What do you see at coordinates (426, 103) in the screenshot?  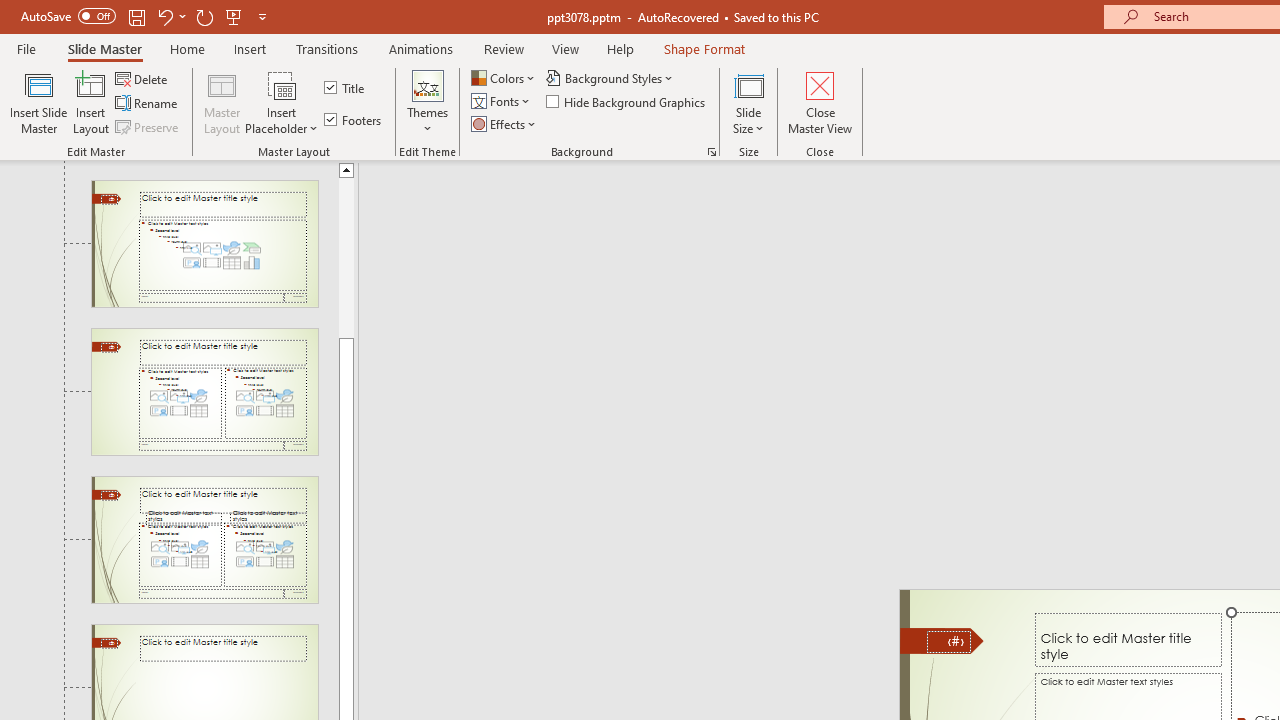 I see `'Themes'` at bounding box center [426, 103].